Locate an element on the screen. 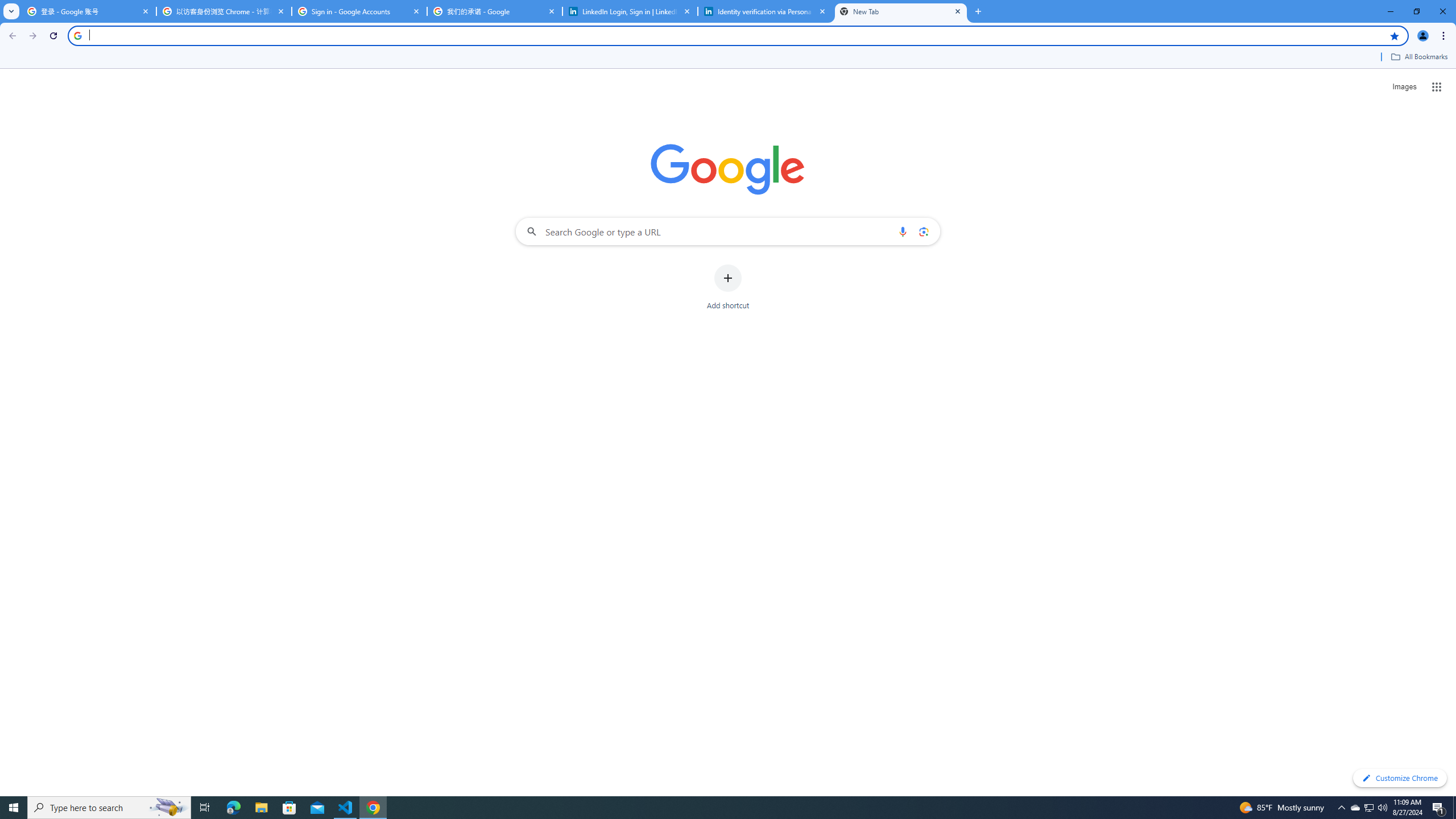 Image resolution: width=1456 pixels, height=819 pixels. 'Forward' is located at coordinates (32, 35).